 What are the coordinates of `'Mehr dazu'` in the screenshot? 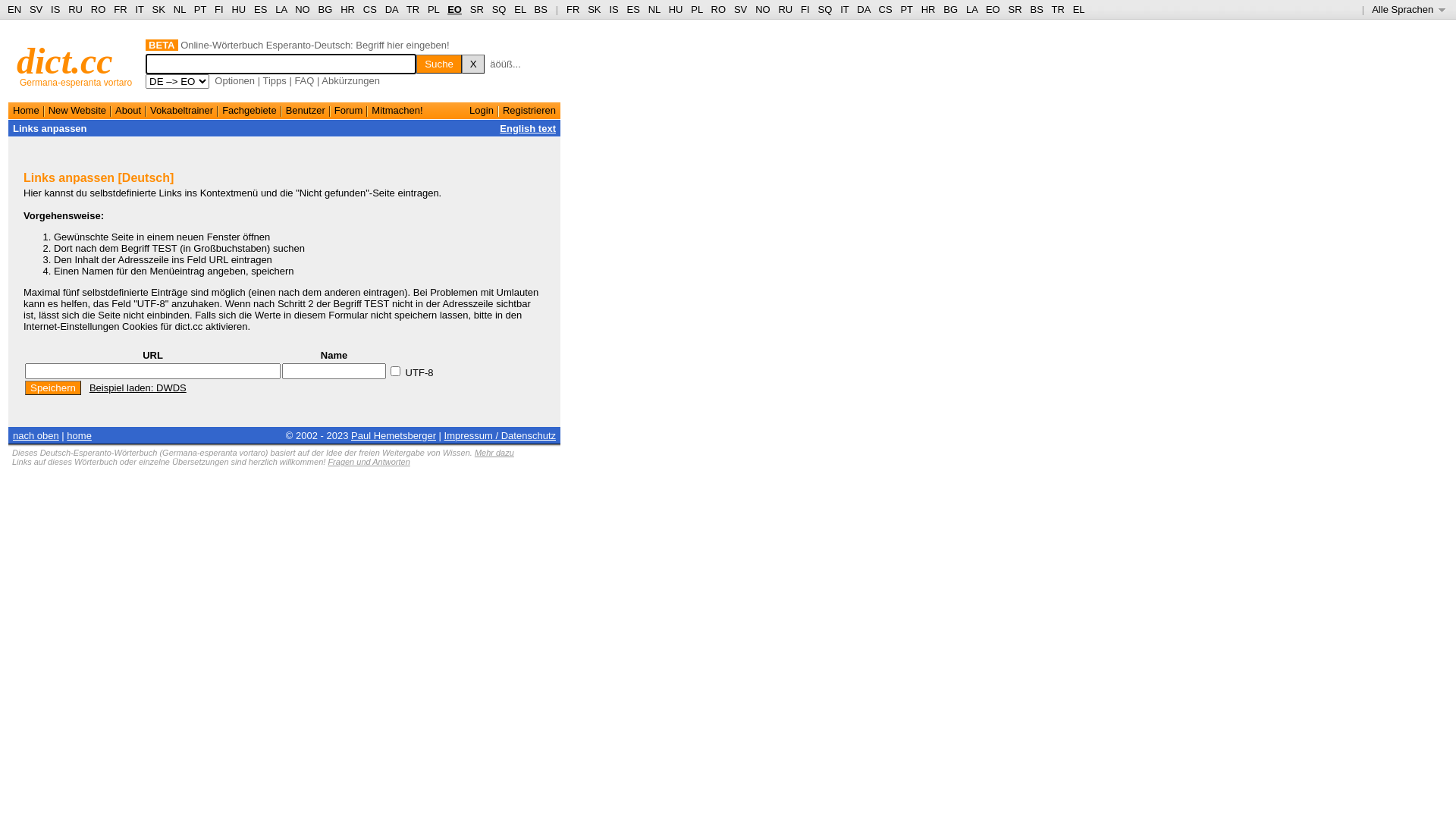 It's located at (473, 452).